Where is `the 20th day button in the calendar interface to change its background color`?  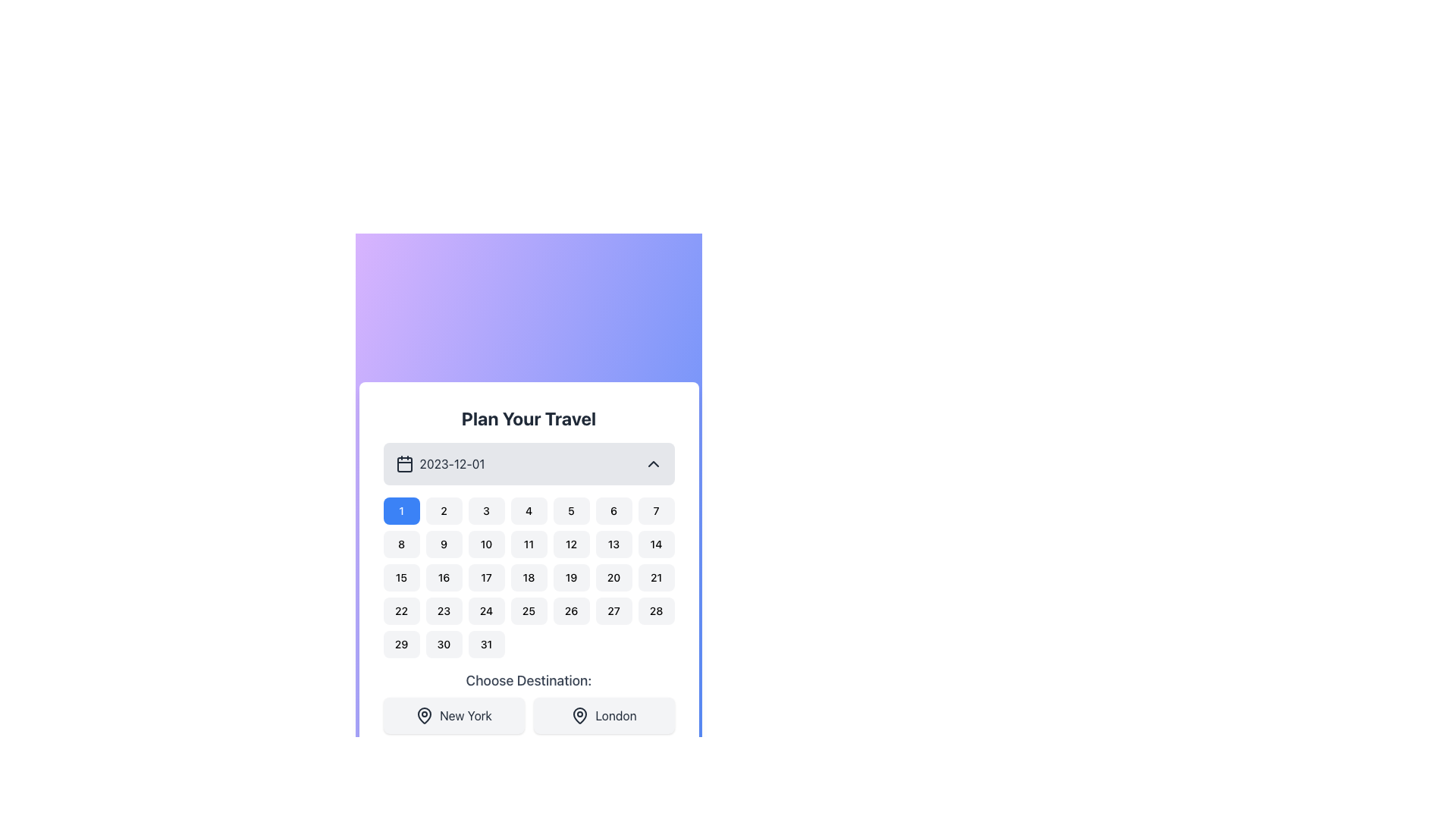
the 20th day button in the calendar interface to change its background color is located at coordinates (613, 578).